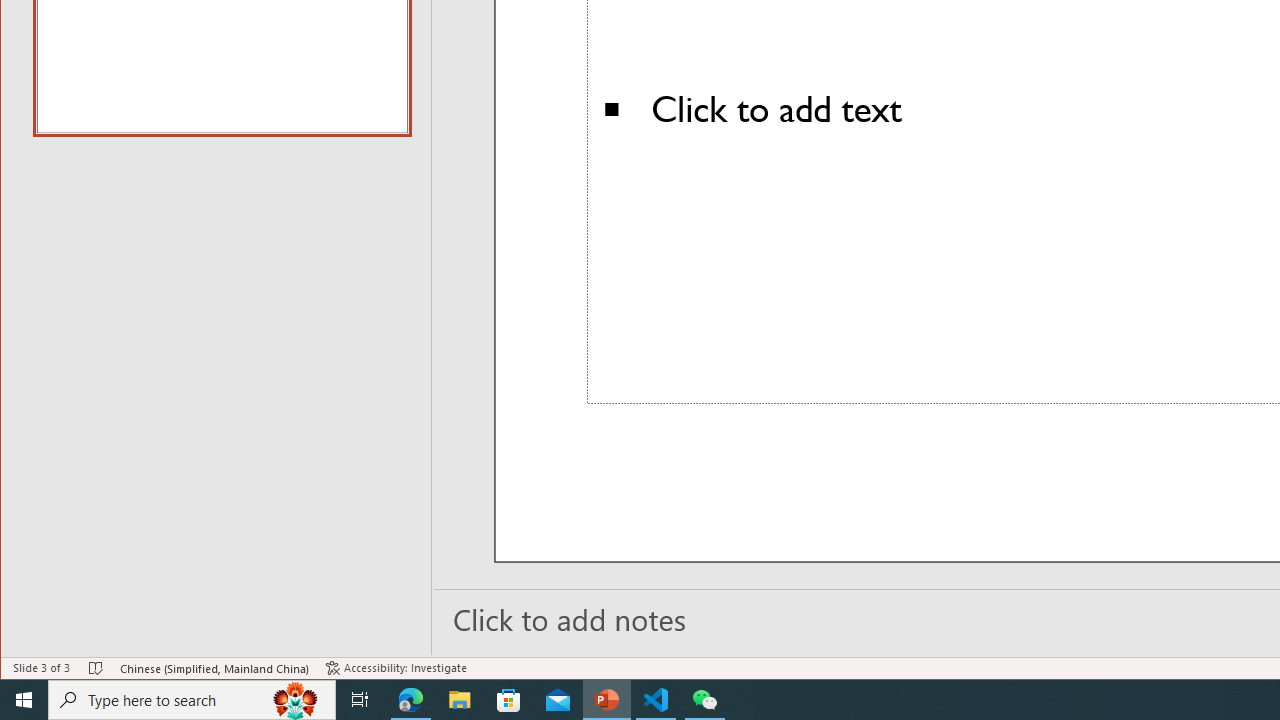 The height and width of the screenshot is (720, 1280). Describe the element at coordinates (656, 698) in the screenshot. I see `'Visual Studio Code - 1 running window'` at that location.